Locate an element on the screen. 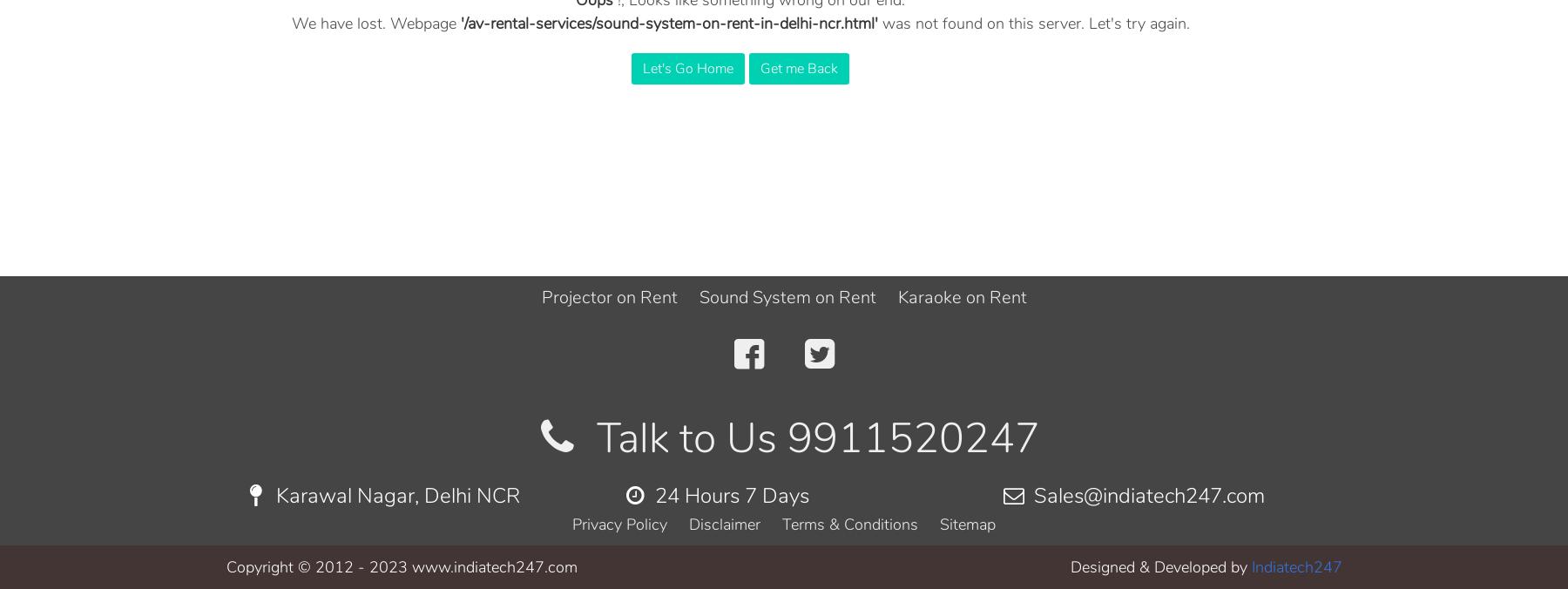 The image size is (1568, 589). 'Karawal Nagar, Delhi NCR' is located at coordinates (394, 494).